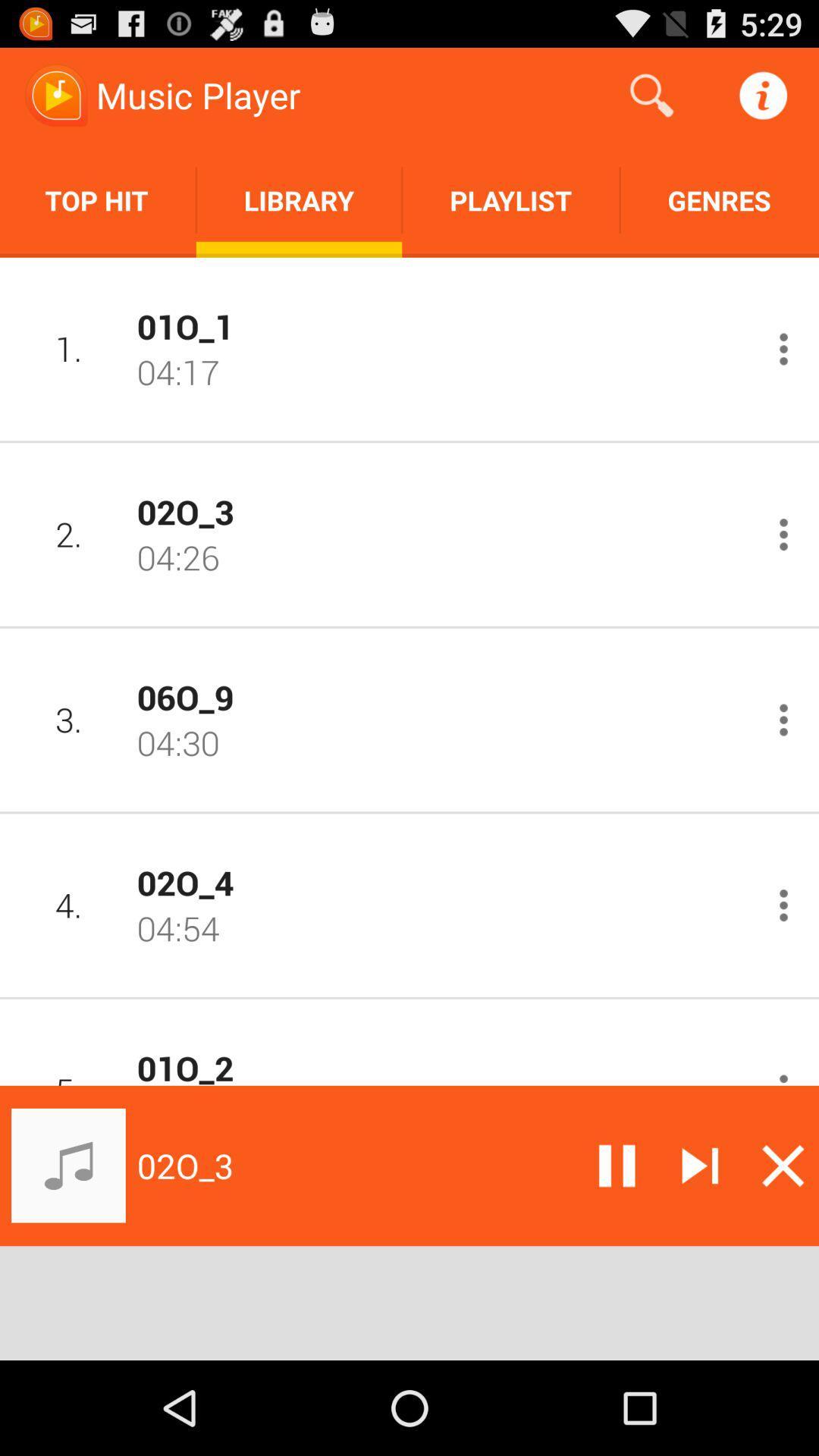 This screenshot has height=1456, width=819. Describe the element at coordinates (783, 348) in the screenshot. I see `more information about track` at that location.